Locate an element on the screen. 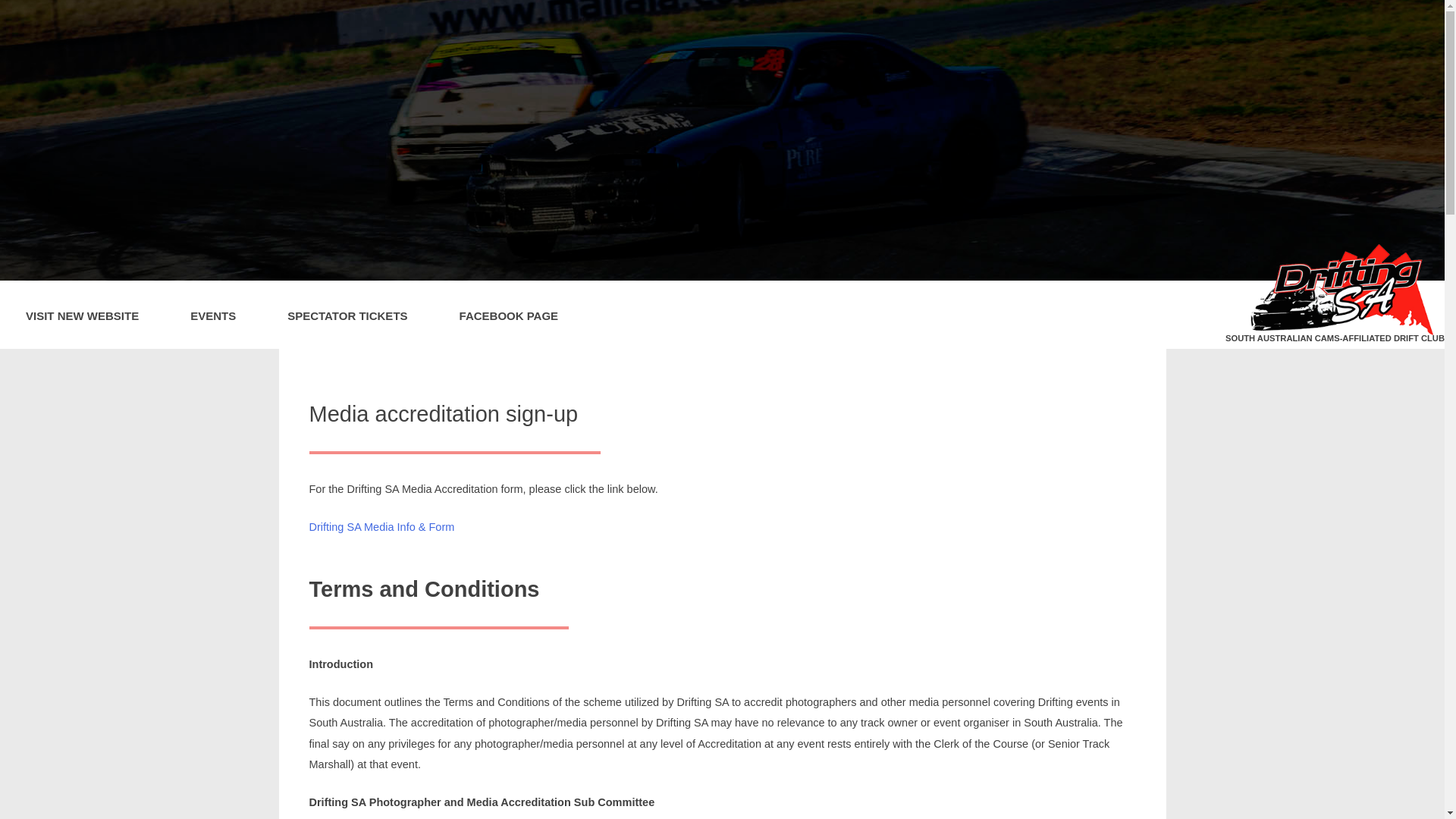  'EVENTS' is located at coordinates (212, 314).